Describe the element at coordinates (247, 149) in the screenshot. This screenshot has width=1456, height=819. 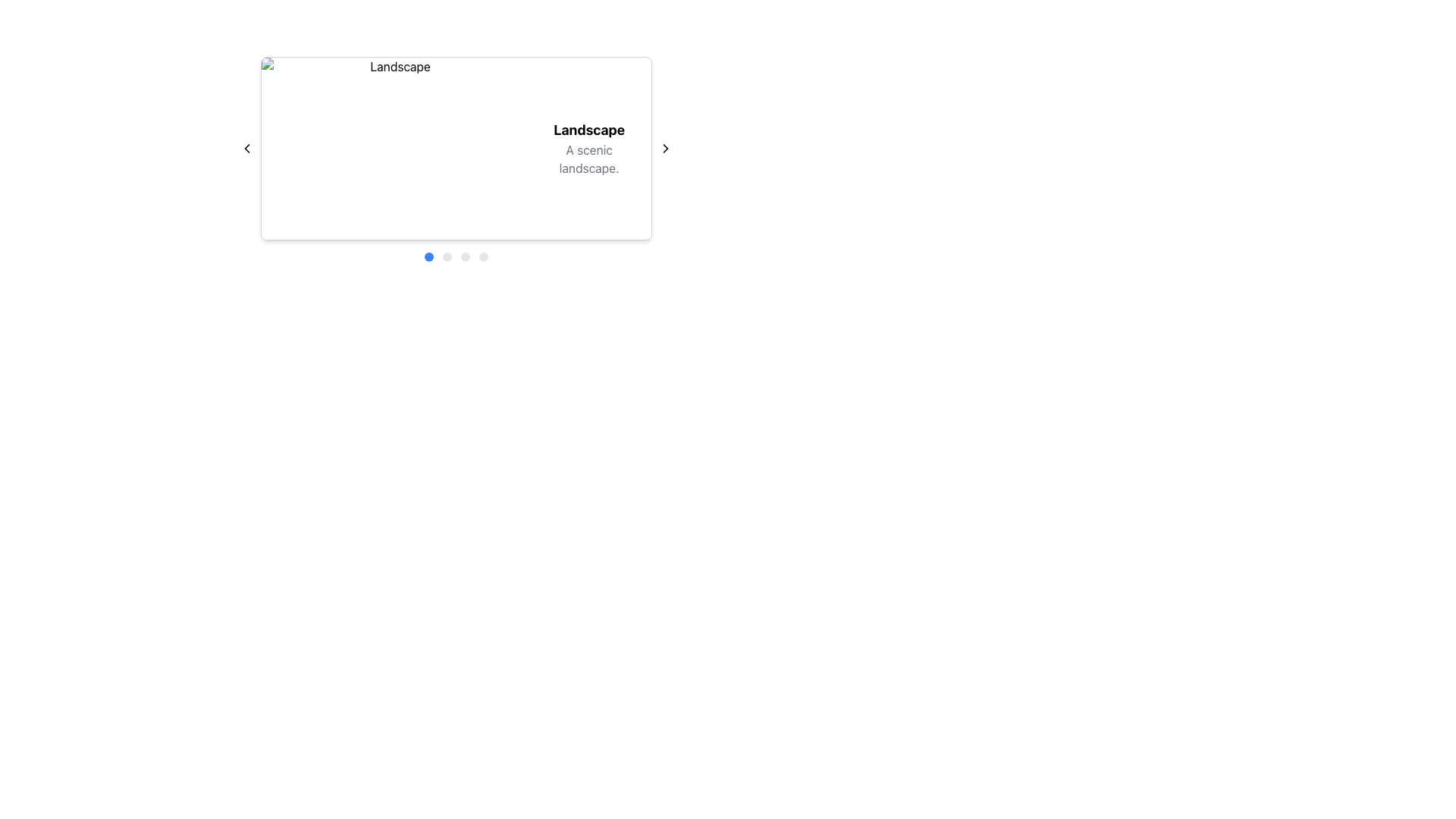
I see `the small left-pointing chevron icon, which serves as a back navigation symbol` at that location.